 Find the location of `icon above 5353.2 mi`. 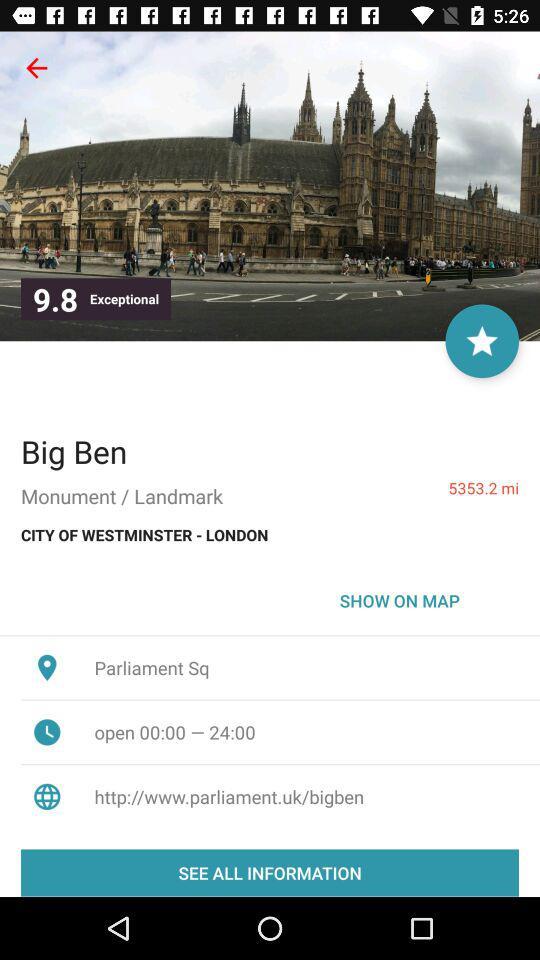

icon above 5353.2 mi is located at coordinates (481, 341).